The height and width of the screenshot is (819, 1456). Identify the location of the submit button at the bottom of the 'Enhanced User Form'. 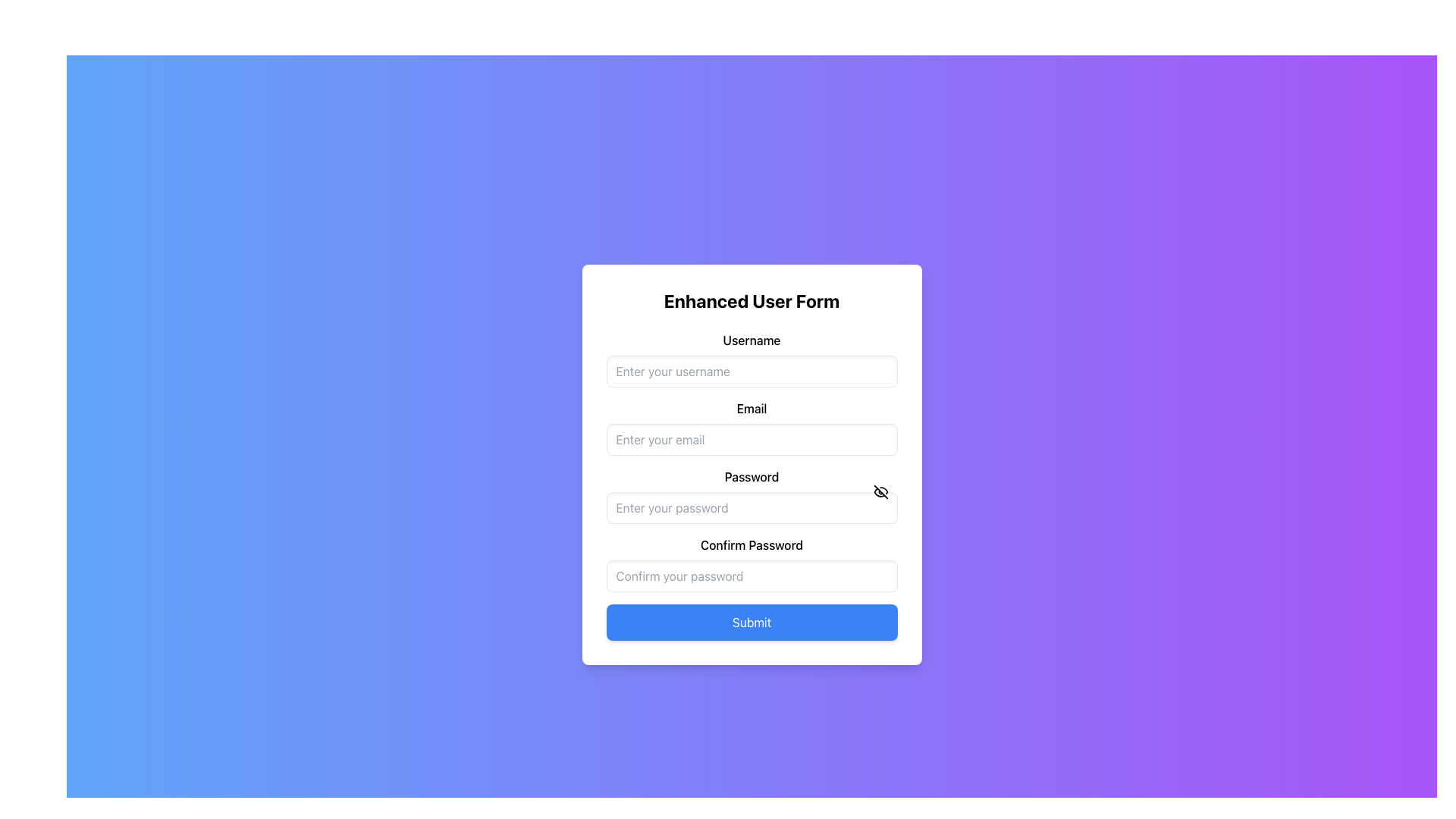
(752, 623).